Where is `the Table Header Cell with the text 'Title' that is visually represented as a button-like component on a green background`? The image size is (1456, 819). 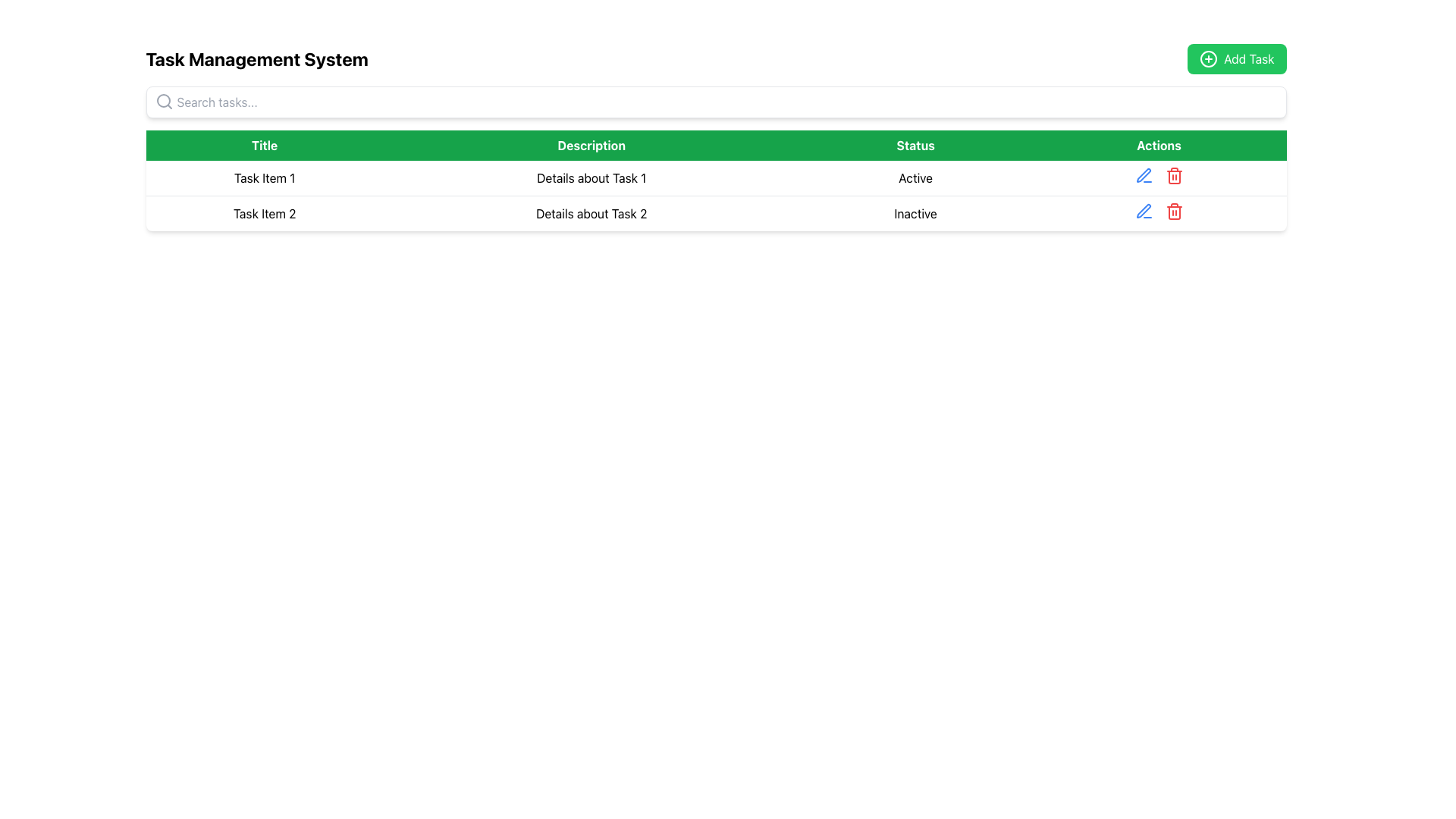 the Table Header Cell with the text 'Title' that is visually represented as a button-like component on a green background is located at coordinates (265, 146).